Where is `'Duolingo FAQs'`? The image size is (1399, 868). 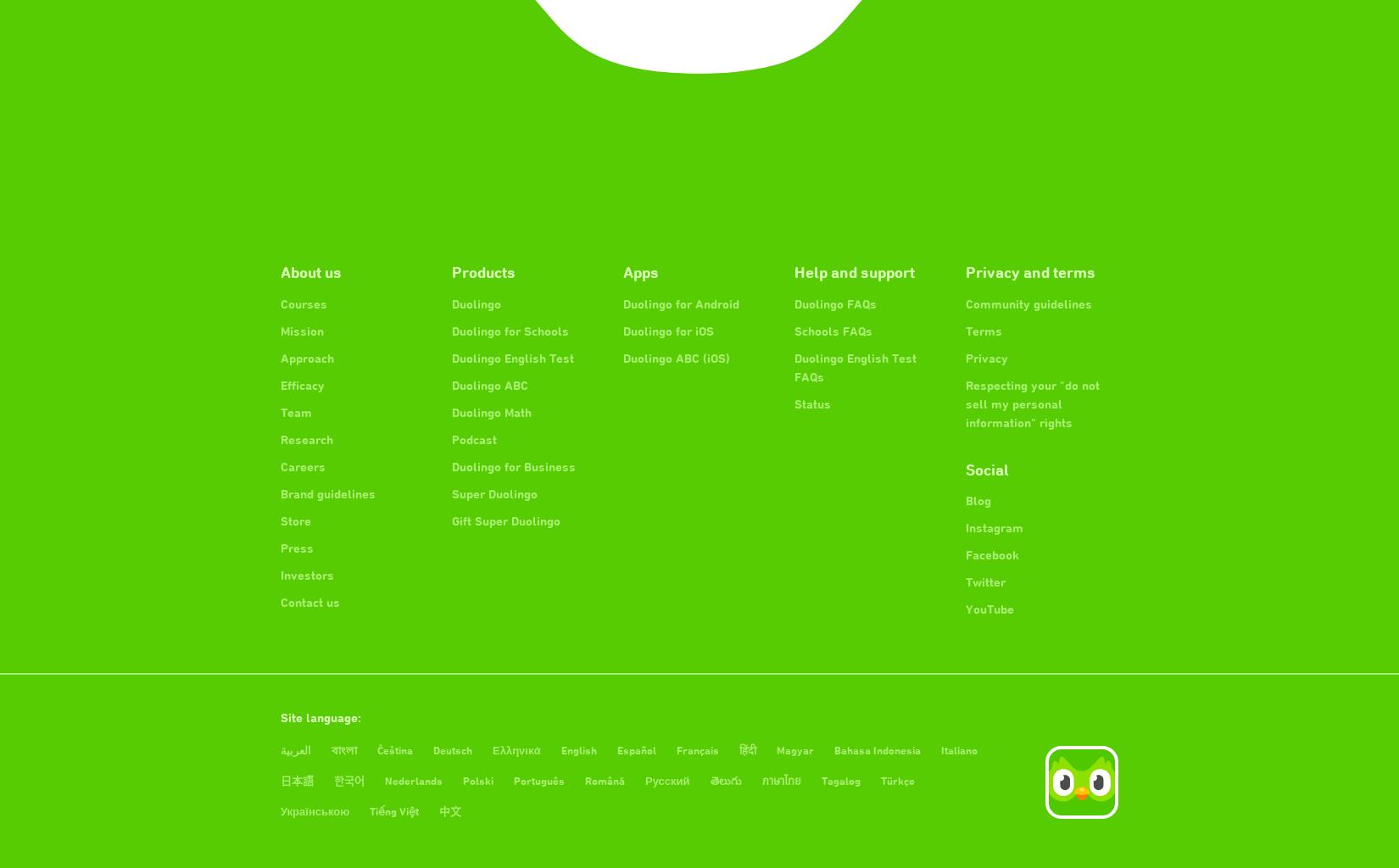
'Duolingo FAQs' is located at coordinates (835, 303).